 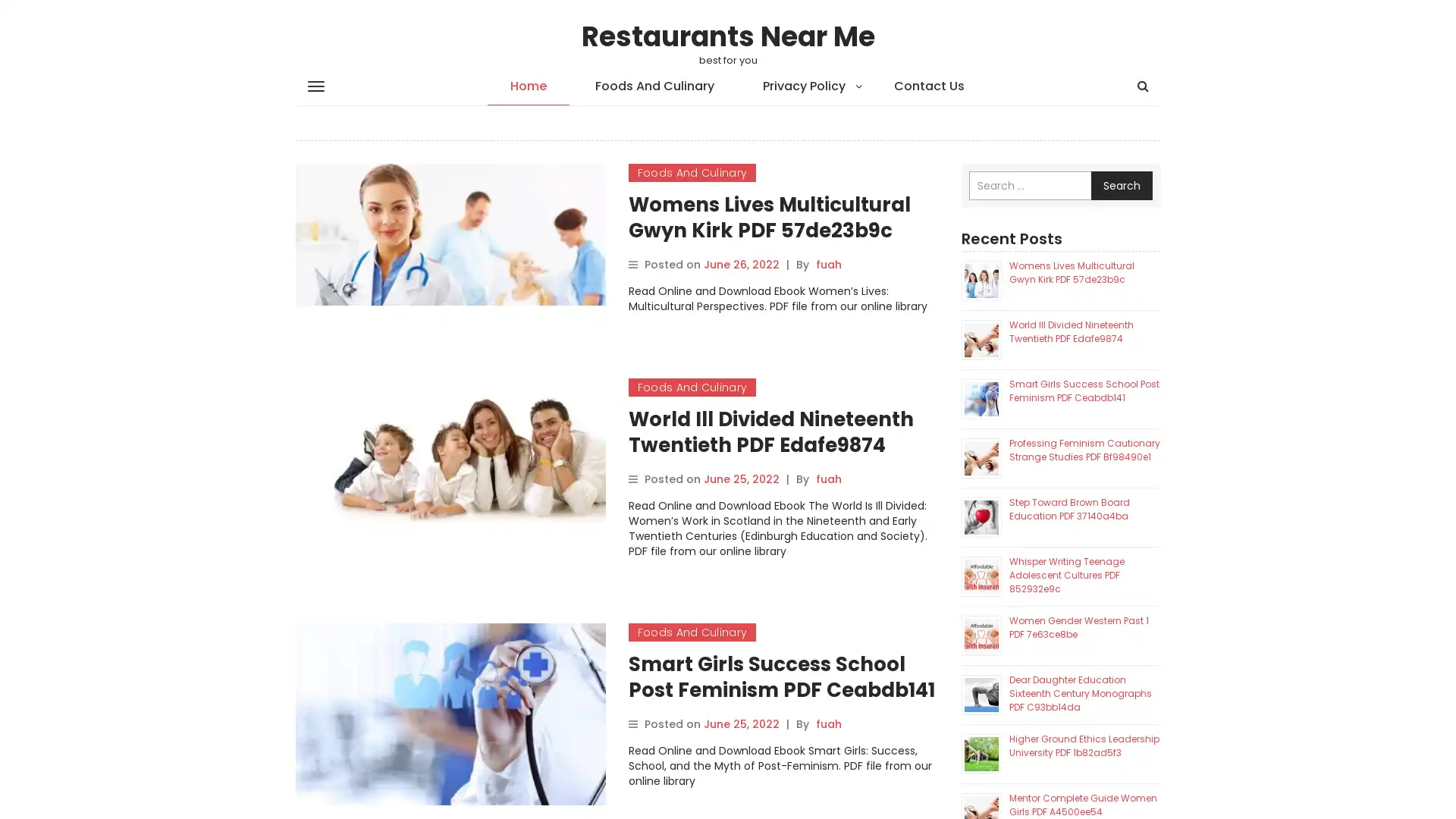 I want to click on Search, so click(x=1122, y=185).